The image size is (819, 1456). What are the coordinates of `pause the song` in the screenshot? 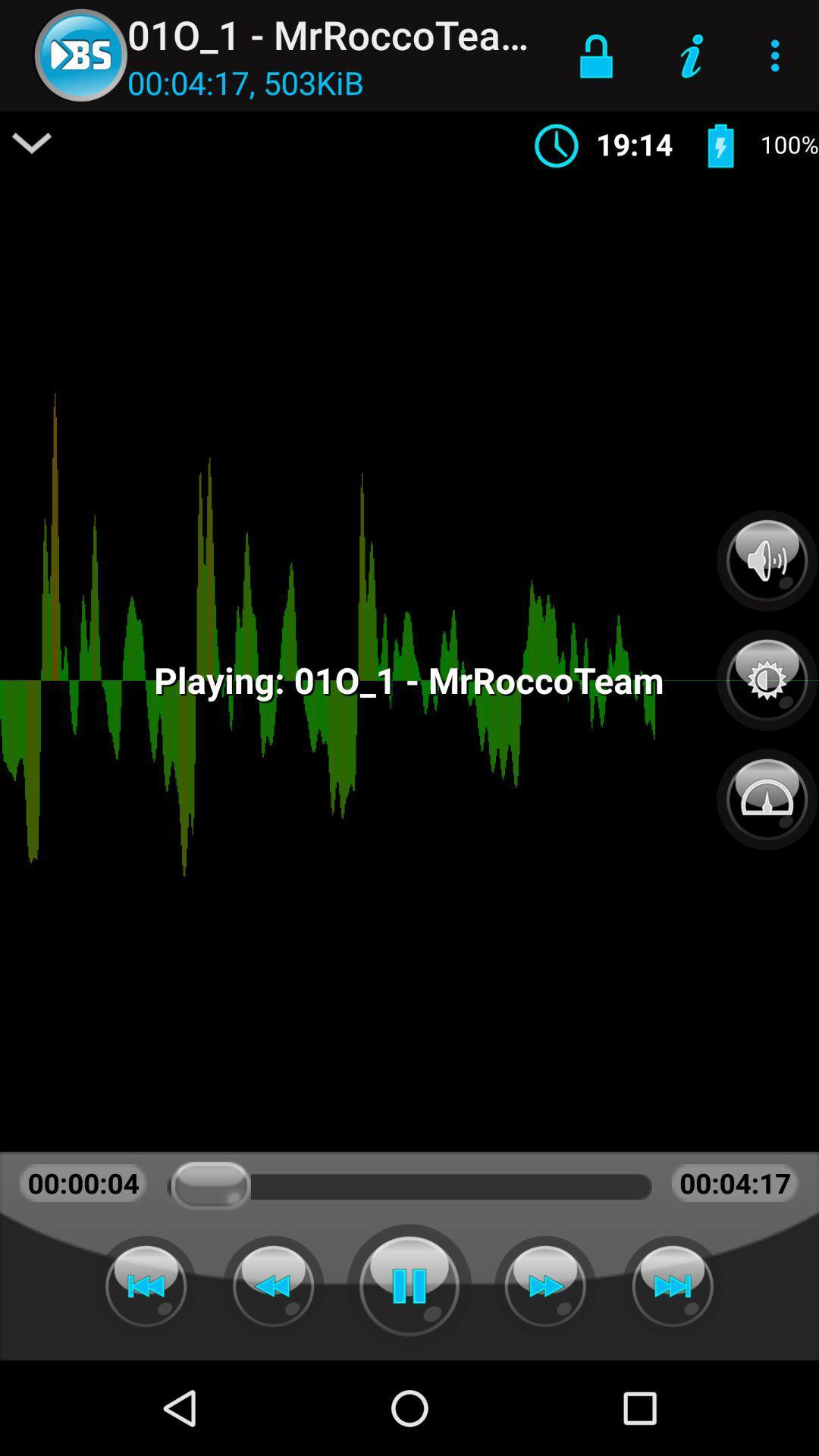 It's located at (409, 1285).